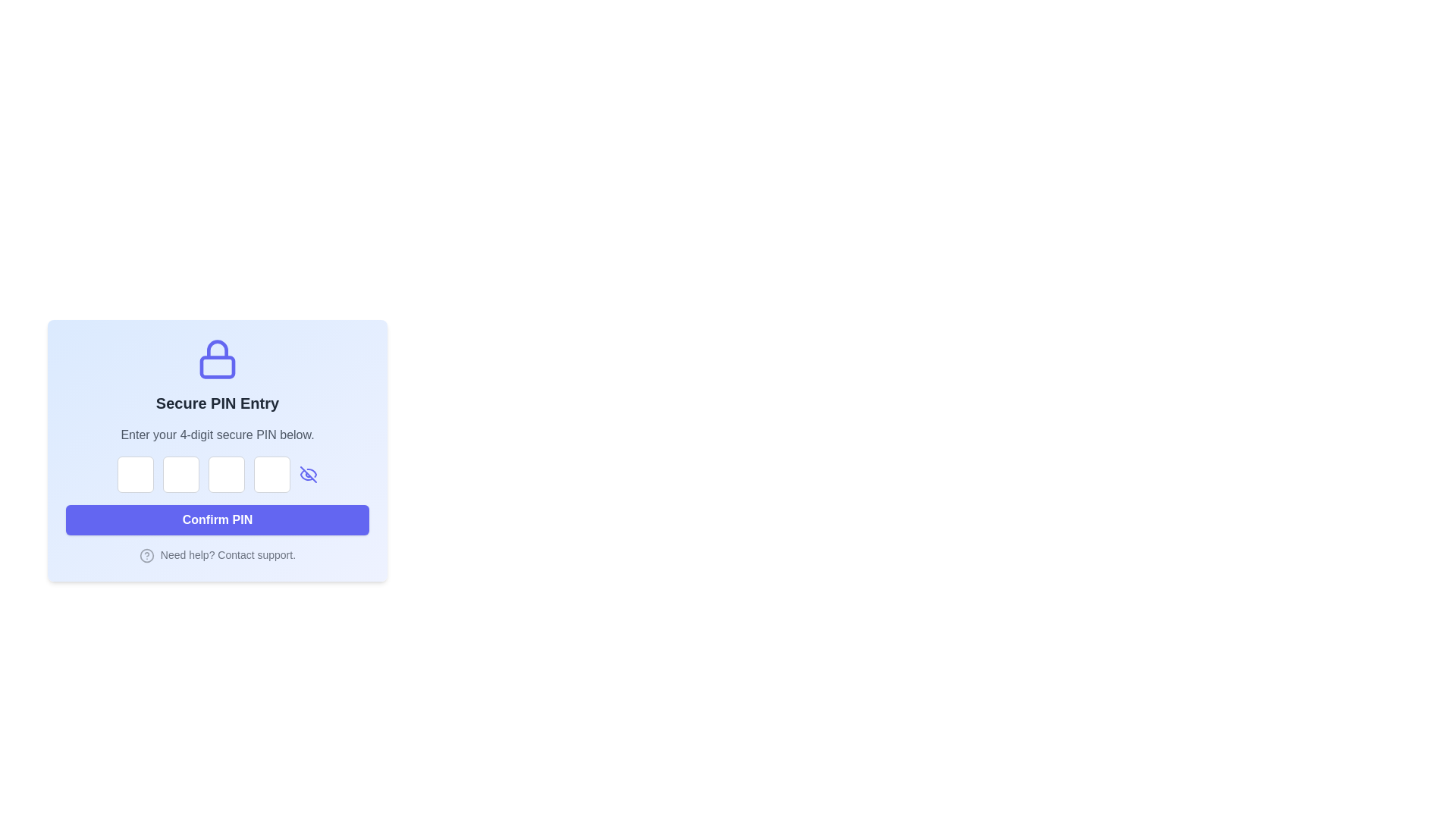 The height and width of the screenshot is (819, 1456). What do you see at coordinates (308, 473) in the screenshot?
I see `the toggle button located to the right of the four text input fields in the secure PIN entry section to switch the visibility of the entered PIN` at bounding box center [308, 473].